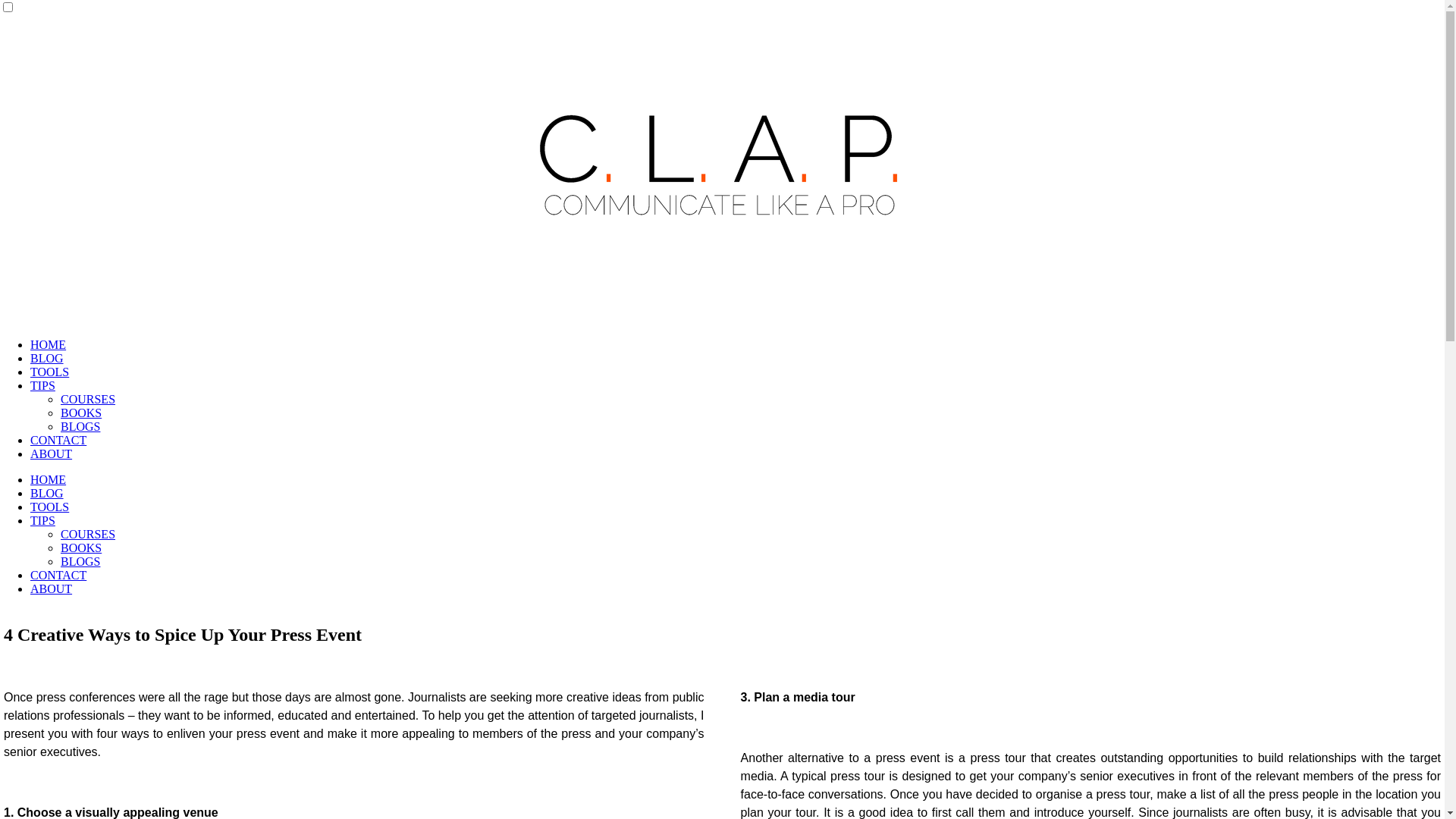 The height and width of the screenshot is (819, 1456). What do you see at coordinates (42, 384) in the screenshot?
I see `'TIPS'` at bounding box center [42, 384].